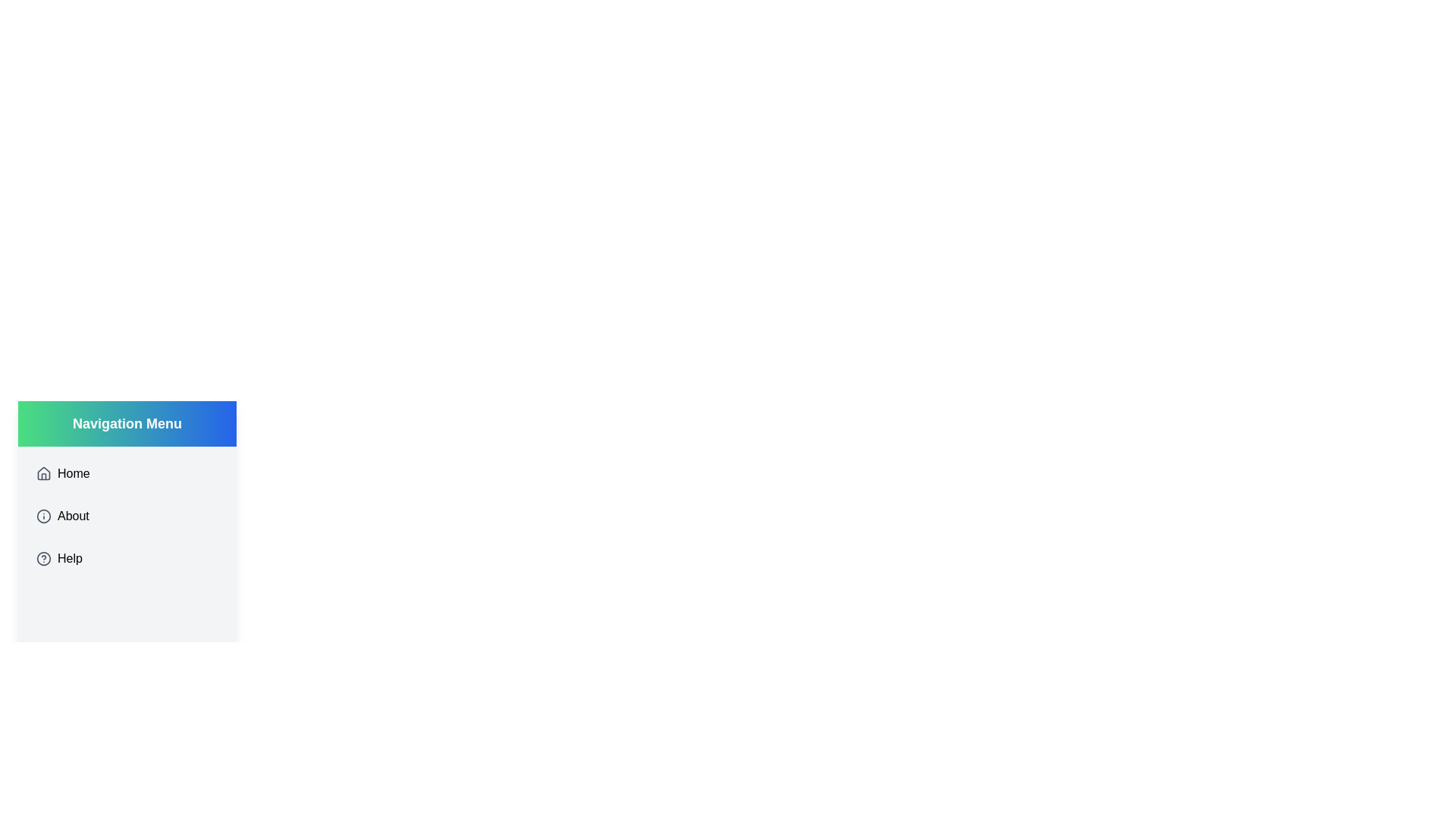 This screenshot has height=819, width=1456. What do you see at coordinates (127, 558) in the screenshot?
I see `the third item in the vertical navigation menu, which provides assistance or support when clicked` at bounding box center [127, 558].